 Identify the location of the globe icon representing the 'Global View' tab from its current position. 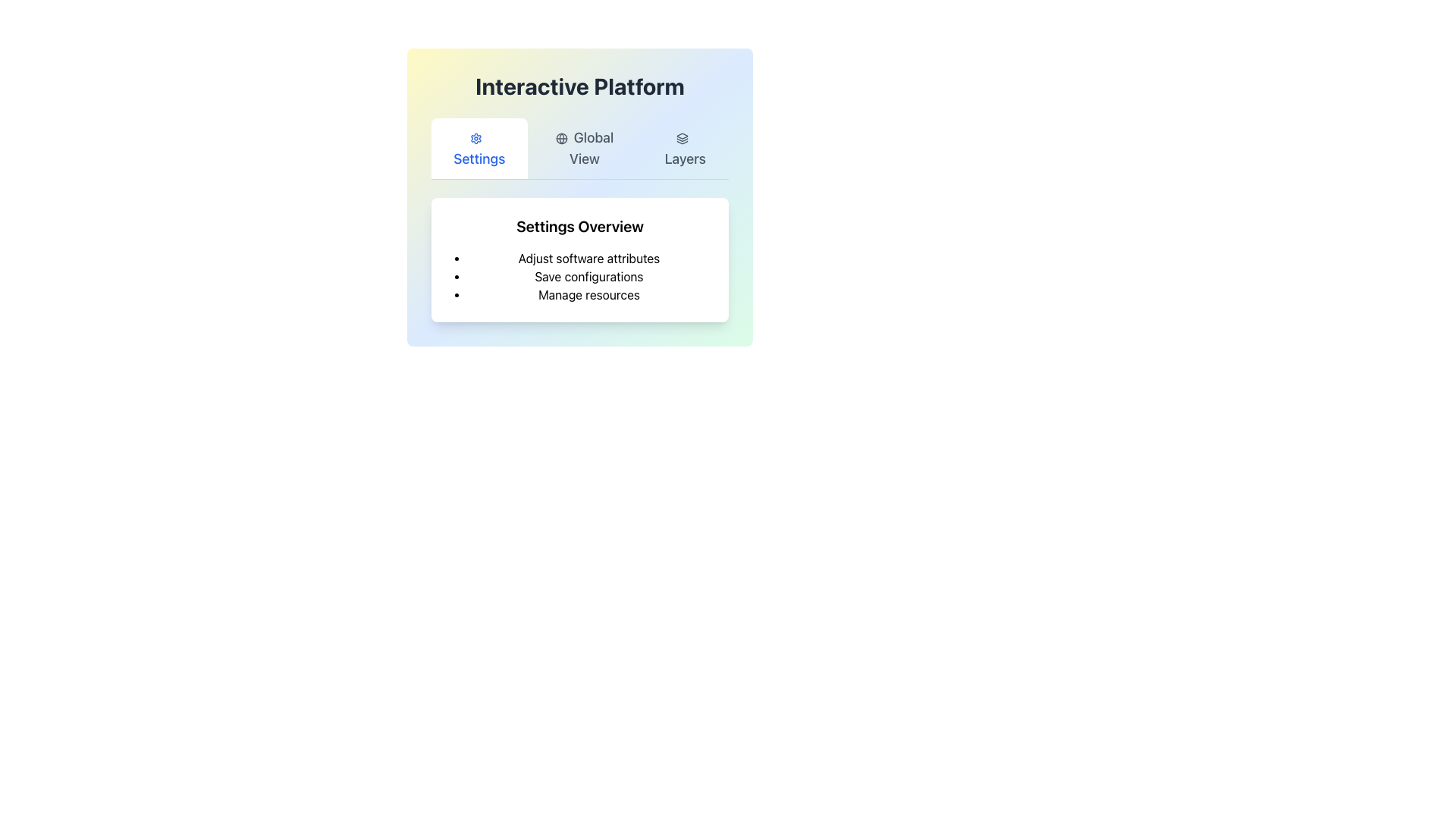
(560, 139).